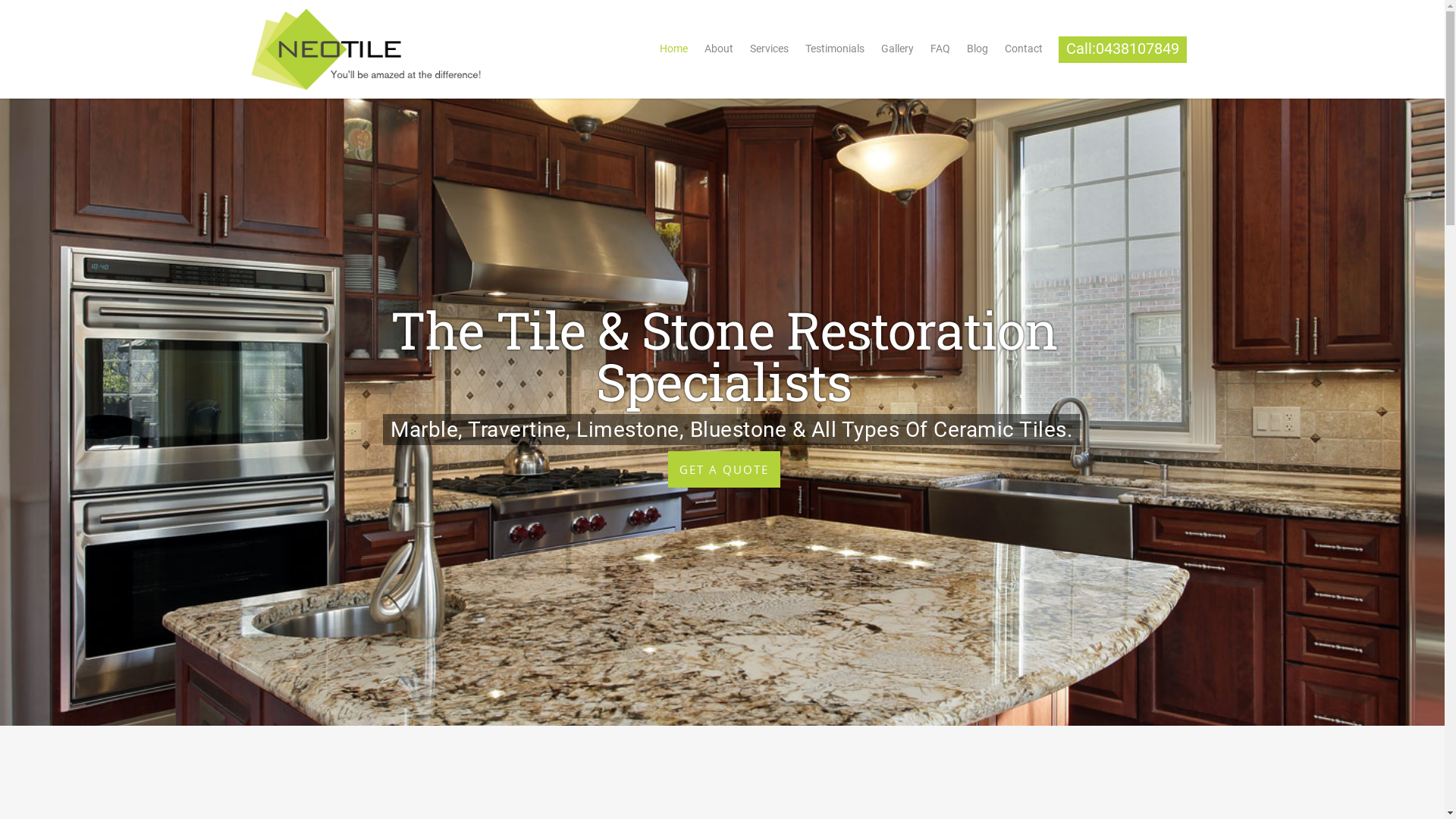  I want to click on 'Call:0438107849', so click(1122, 52).